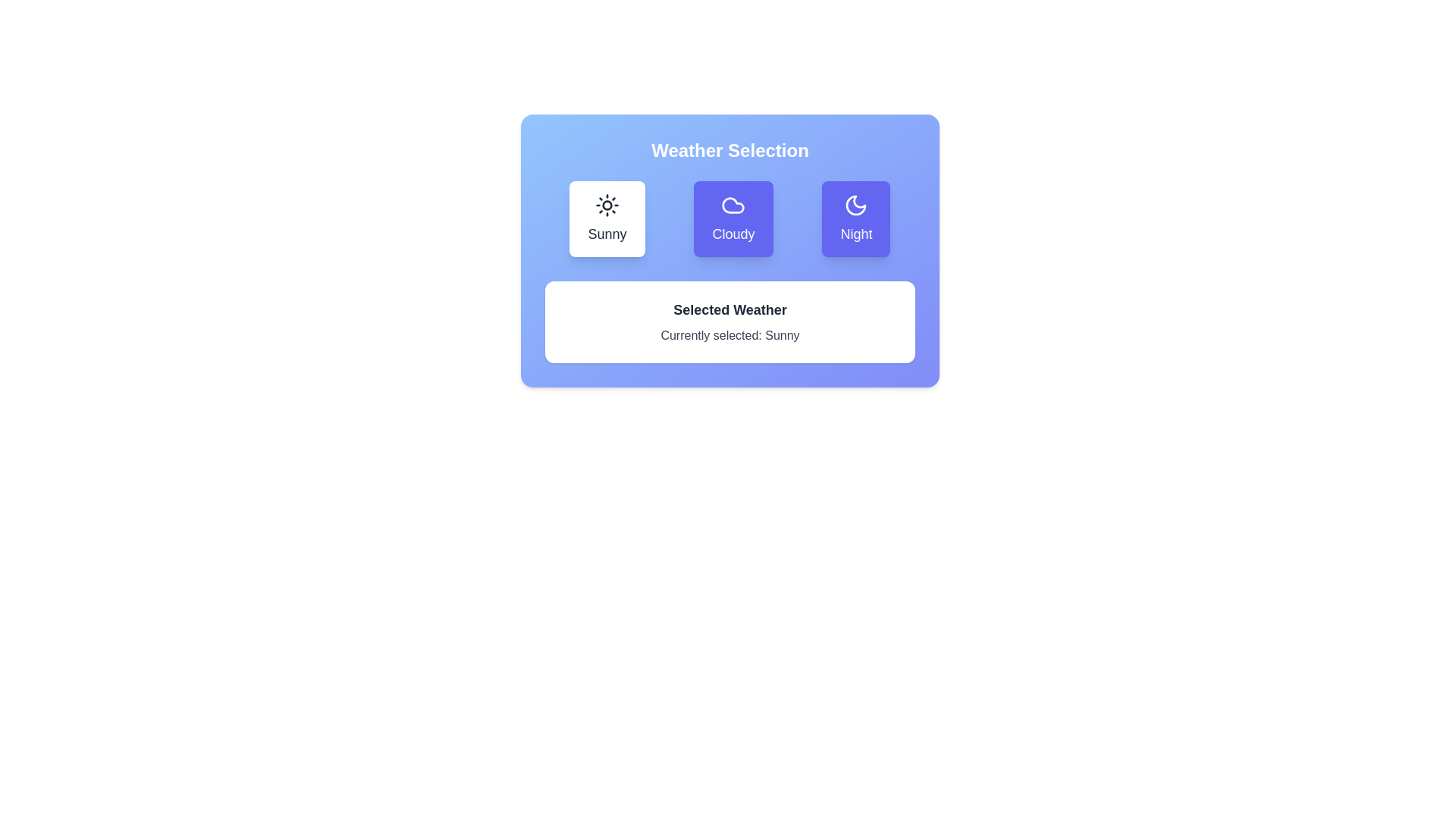  Describe the element at coordinates (607, 219) in the screenshot. I see `the 'Sunny' button` at that location.